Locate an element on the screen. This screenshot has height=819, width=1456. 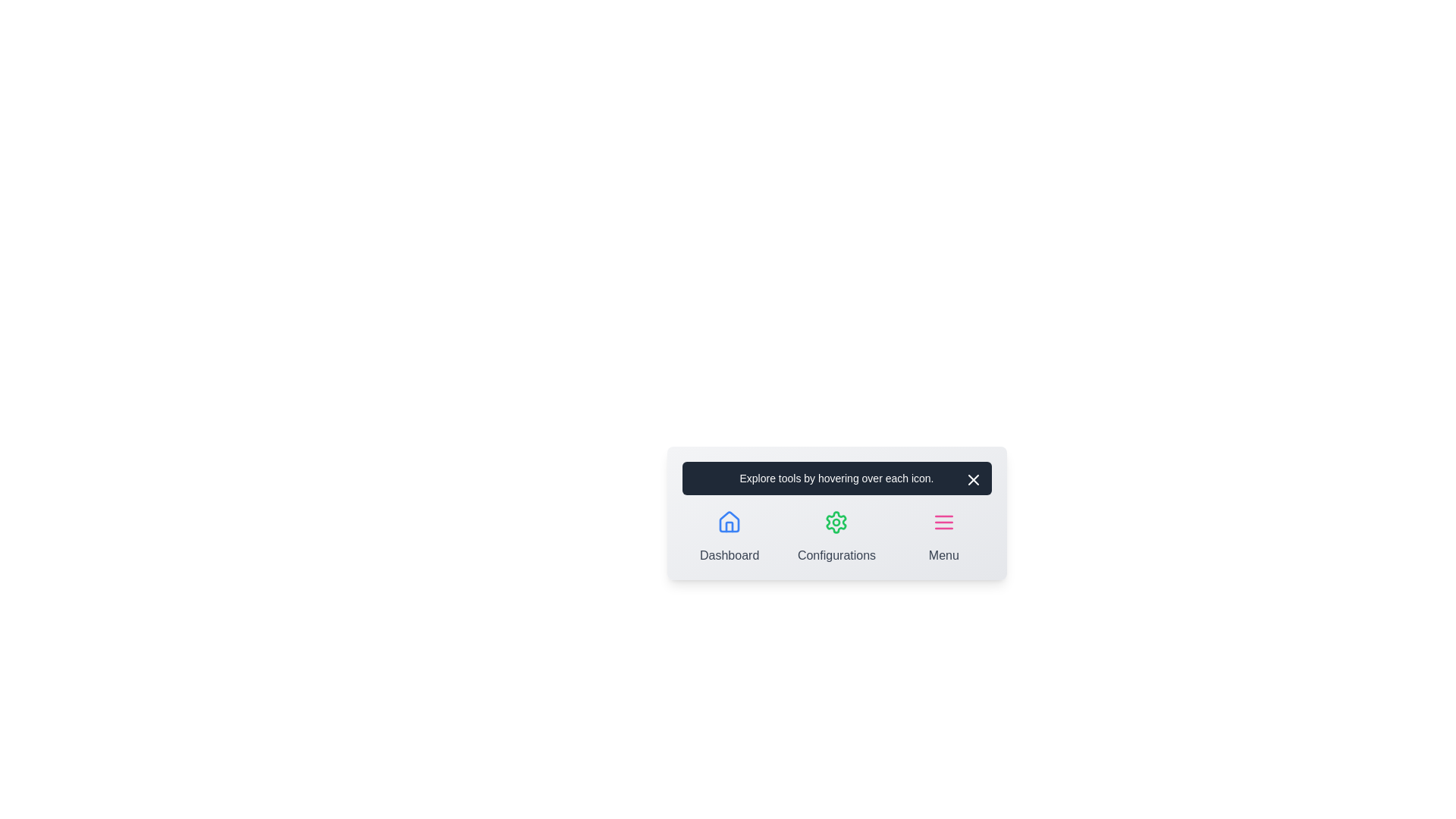
the Interactive Menu Component icons is located at coordinates (836, 513).